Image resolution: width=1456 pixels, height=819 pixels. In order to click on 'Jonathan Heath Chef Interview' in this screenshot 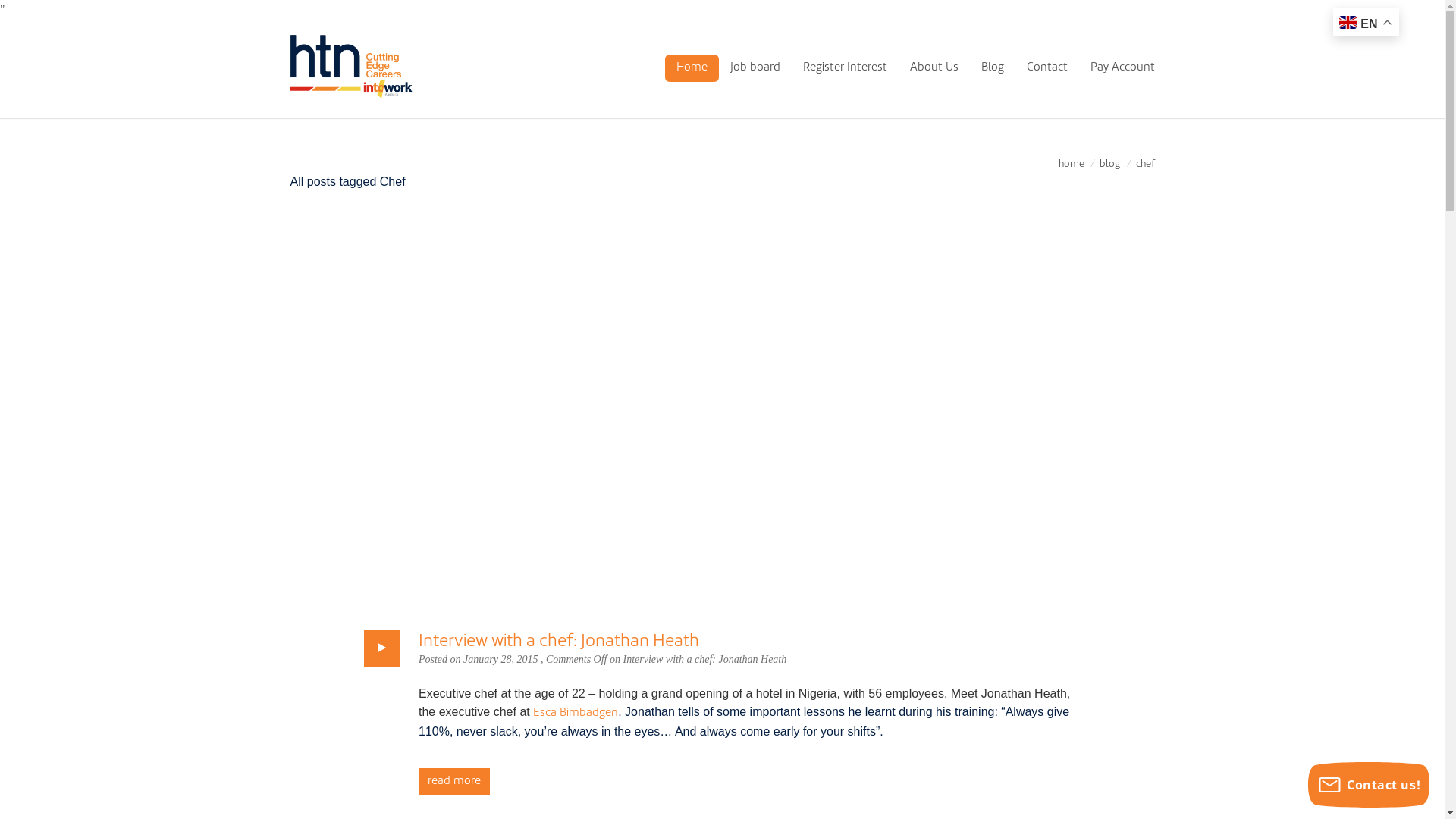, I will do `click(721, 410)`.